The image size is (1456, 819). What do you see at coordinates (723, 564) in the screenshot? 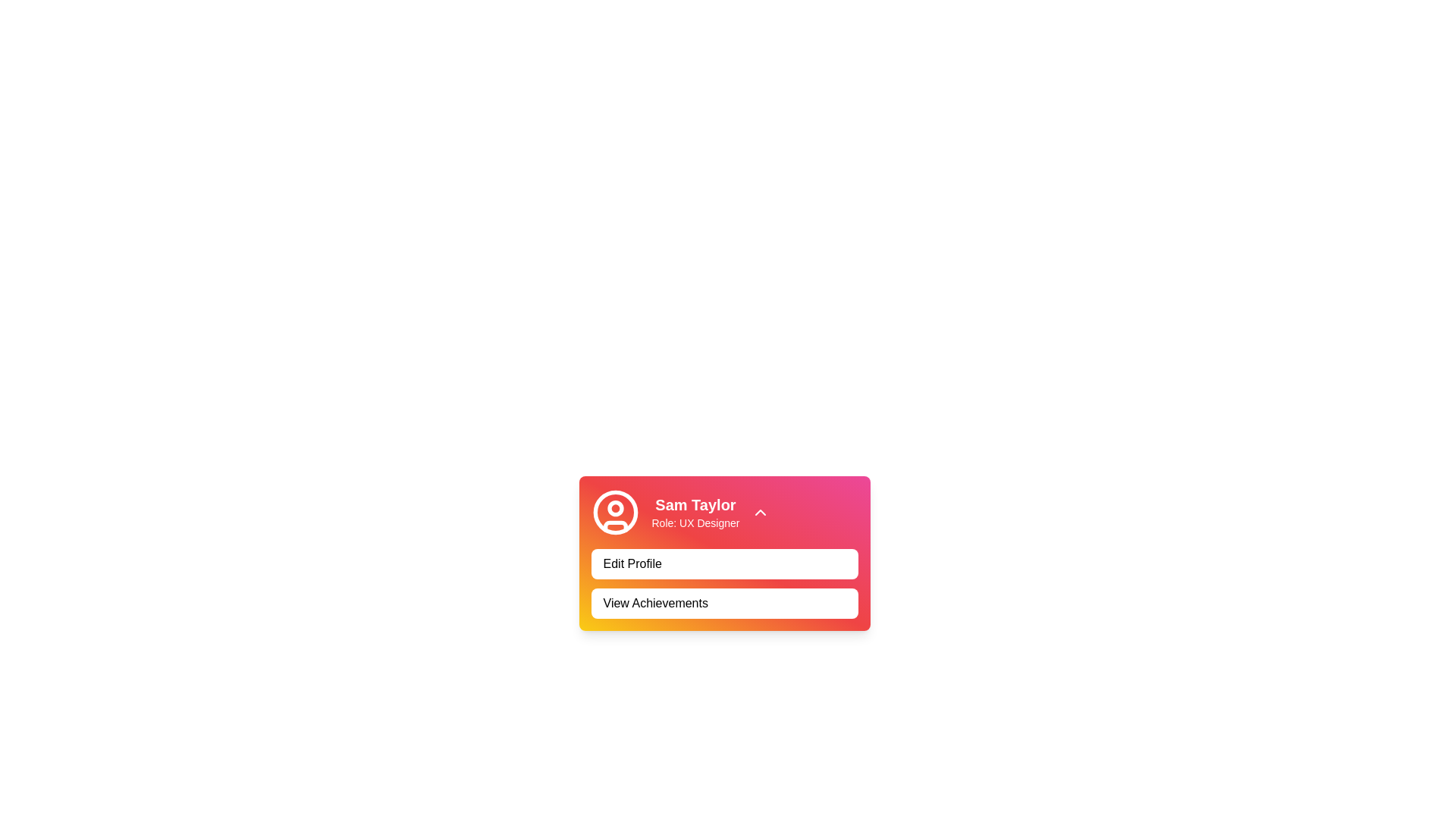
I see `the button located in the lower section of the card-like UI component that navigates to the profile editing interface` at bounding box center [723, 564].